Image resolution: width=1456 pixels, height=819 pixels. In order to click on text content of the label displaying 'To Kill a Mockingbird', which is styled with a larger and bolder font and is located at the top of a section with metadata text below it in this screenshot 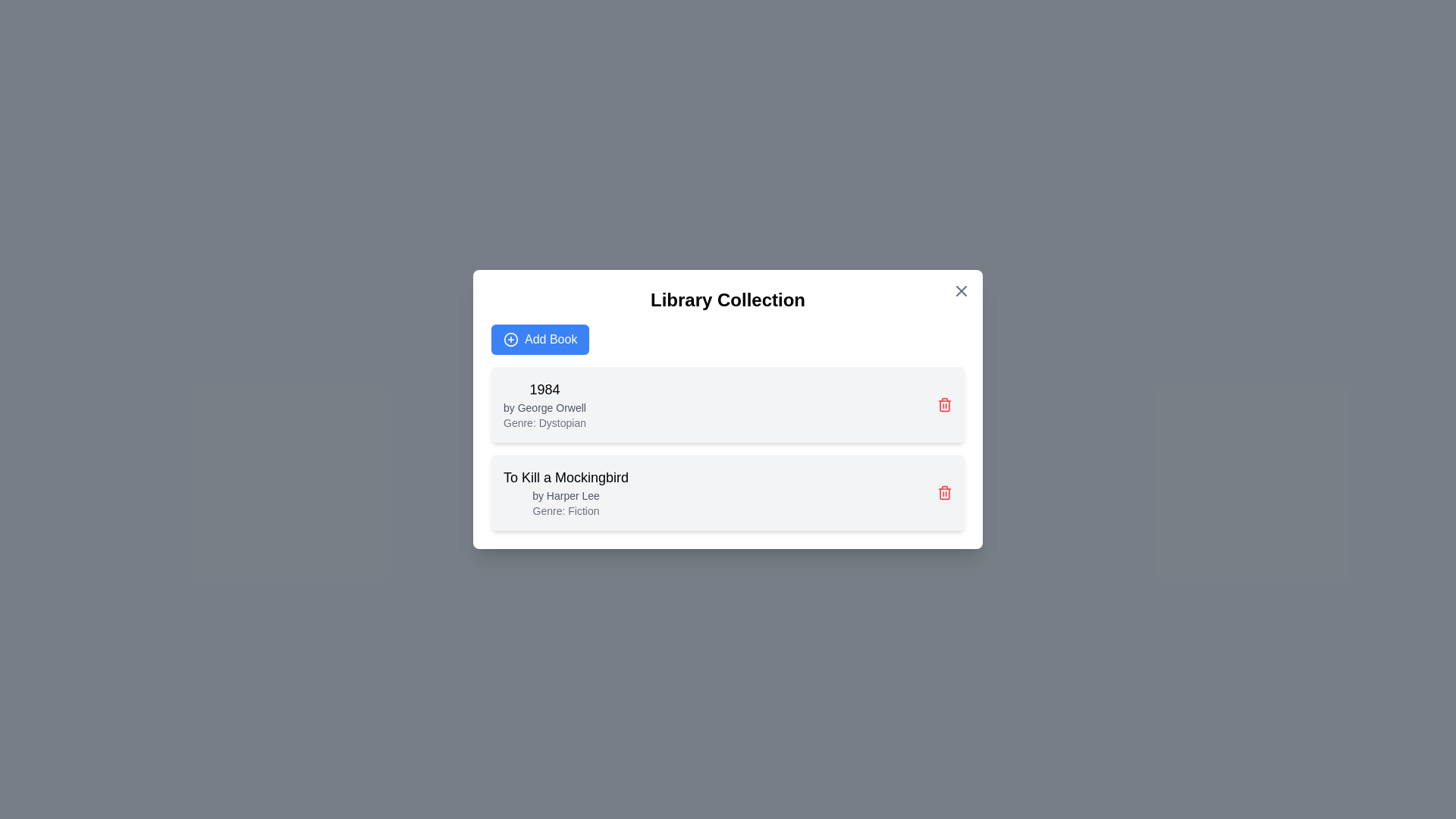, I will do `click(565, 476)`.